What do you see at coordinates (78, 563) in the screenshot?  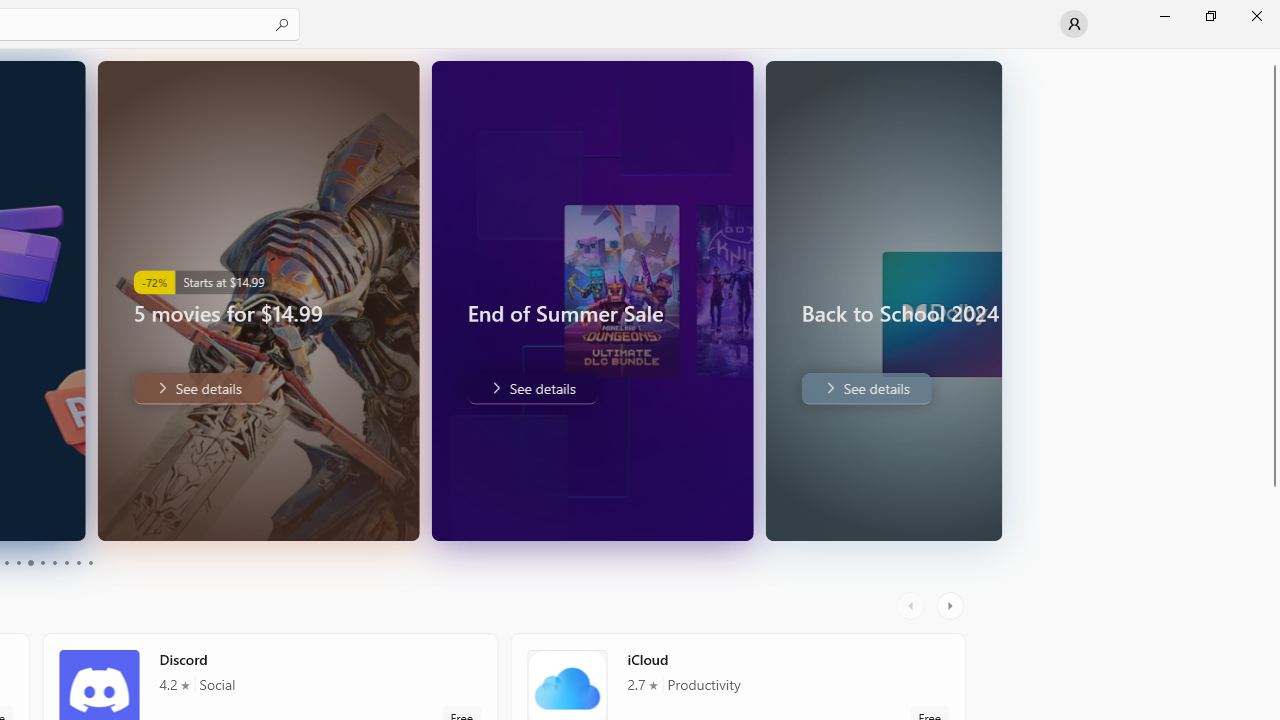 I see `'Page 9'` at bounding box center [78, 563].